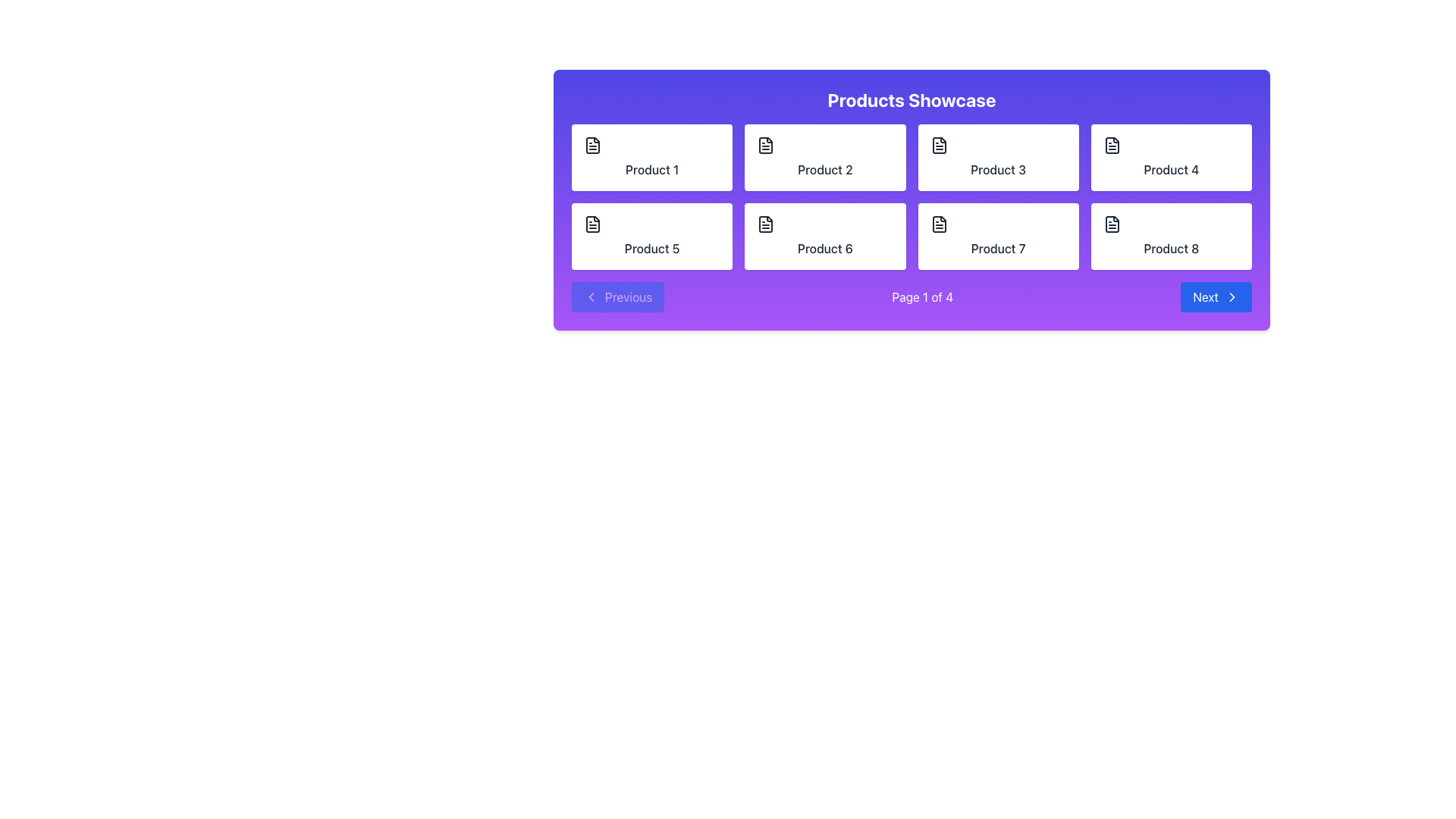 This screenshot has width=1456, height=819. Describe the element at coordinates (1170, 237) in the screenshot. I see `the 'Product 8' informational card located in the bottom-right corner of the grid layout` at that location.